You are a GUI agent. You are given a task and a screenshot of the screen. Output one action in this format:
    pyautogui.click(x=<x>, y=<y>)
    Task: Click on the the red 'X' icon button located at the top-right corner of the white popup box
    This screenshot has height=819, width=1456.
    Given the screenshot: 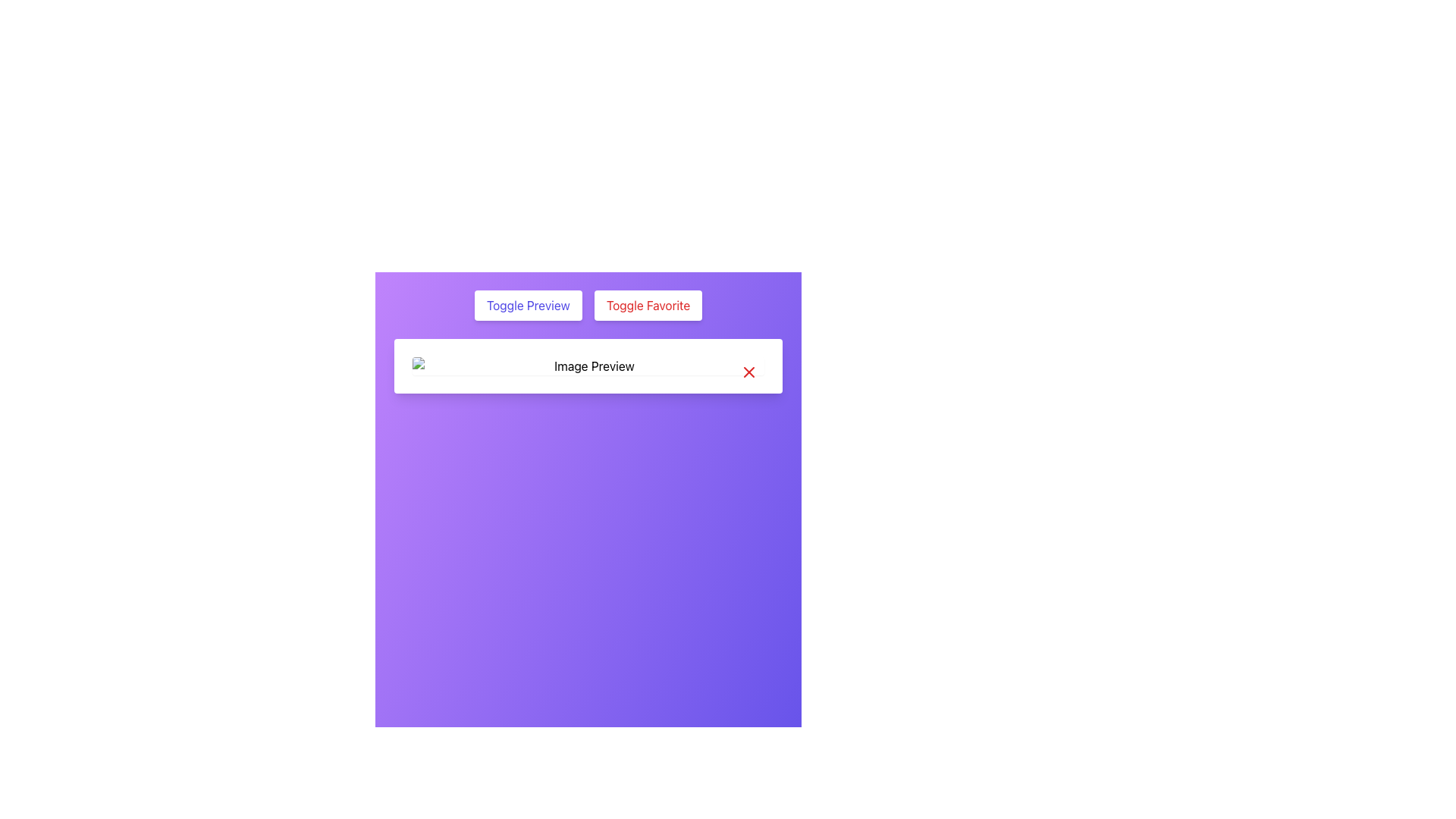 What is the action you would take?
    pyautogui.click(x=749, y=372)
    